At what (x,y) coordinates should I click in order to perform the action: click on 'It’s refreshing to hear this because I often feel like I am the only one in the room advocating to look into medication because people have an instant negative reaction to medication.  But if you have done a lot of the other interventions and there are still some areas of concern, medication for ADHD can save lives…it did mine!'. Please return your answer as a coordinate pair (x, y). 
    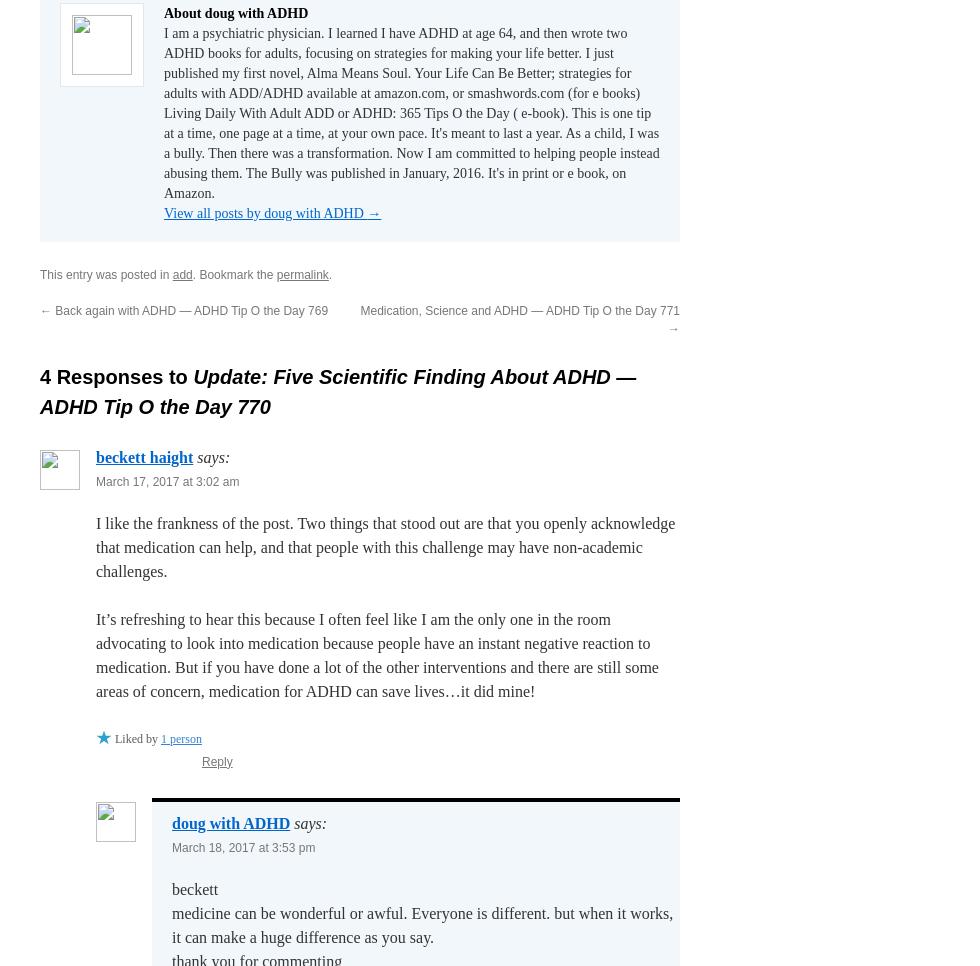
    Looking at the image, I should click on (377, 653).